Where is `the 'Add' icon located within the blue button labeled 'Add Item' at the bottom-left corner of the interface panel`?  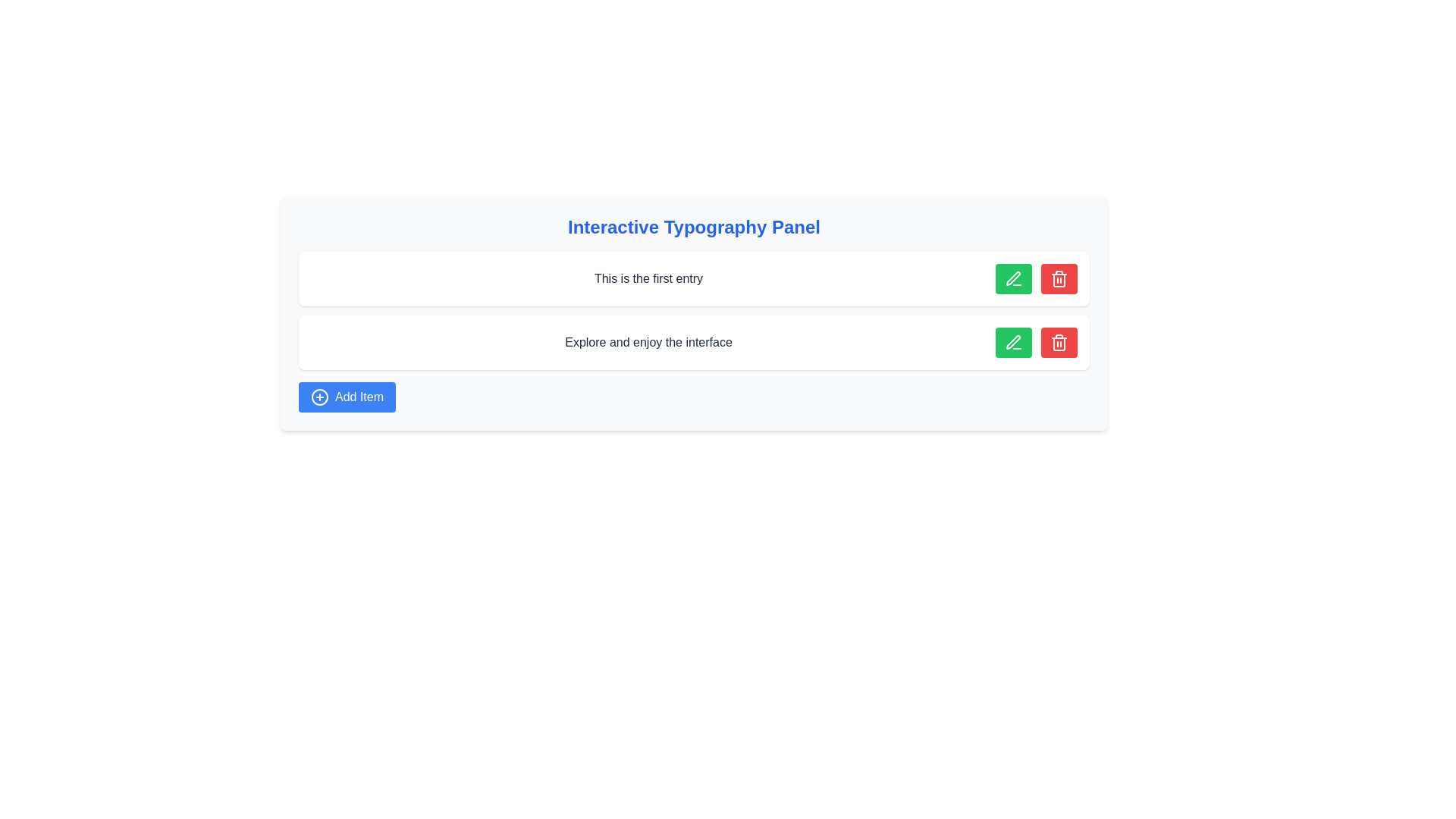
the 'Add' icon located within the blue button labeled 'Add Item' at the bottom-left corner of the interface panel is located at coordinates (319, 397).